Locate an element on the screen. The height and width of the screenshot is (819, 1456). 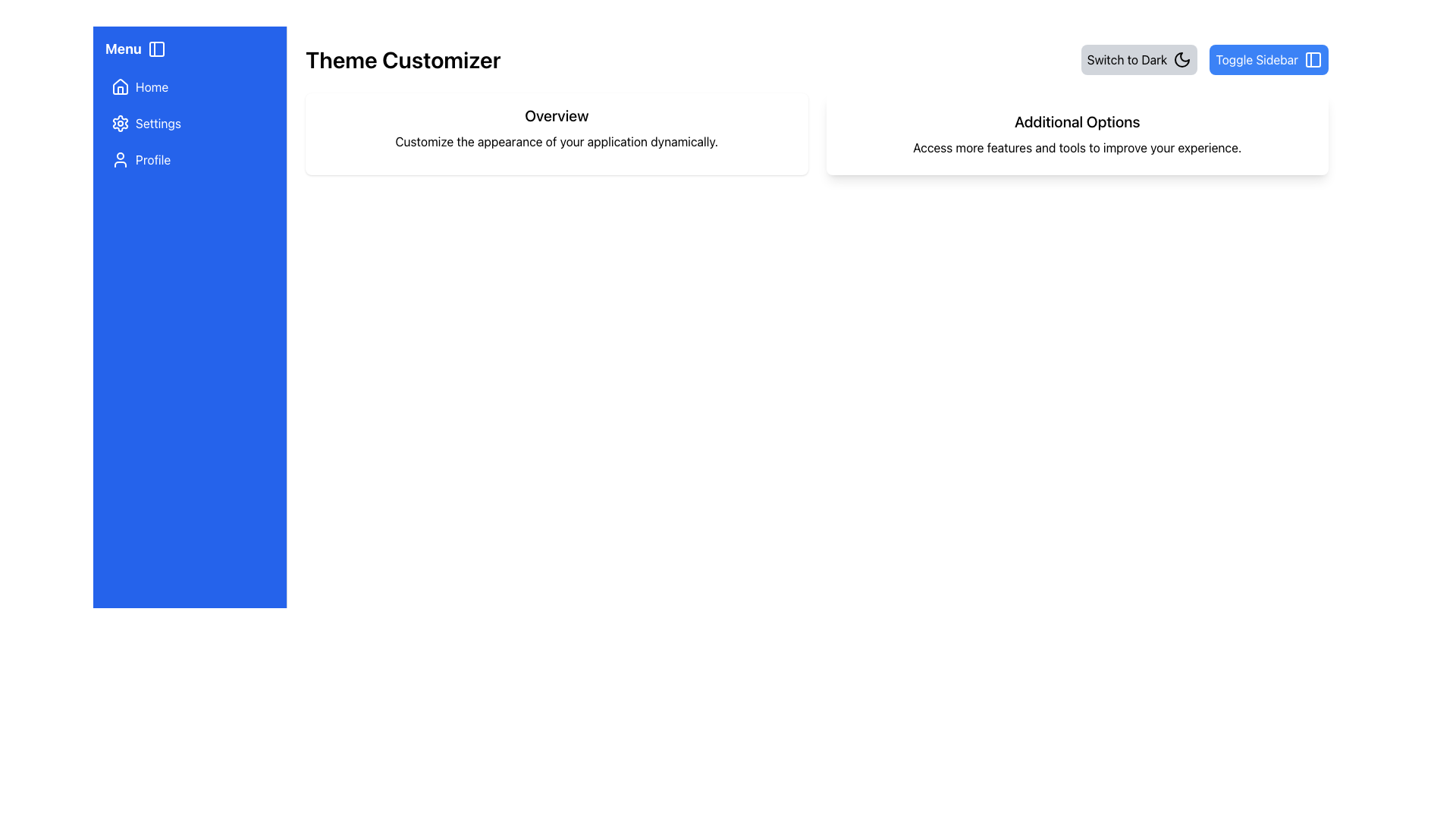
the text element reading 'Customize the appearance of your application dynamically.' which is positioned below the 'Overview' heading in a bordered white box is located at coordinates (556, 141).